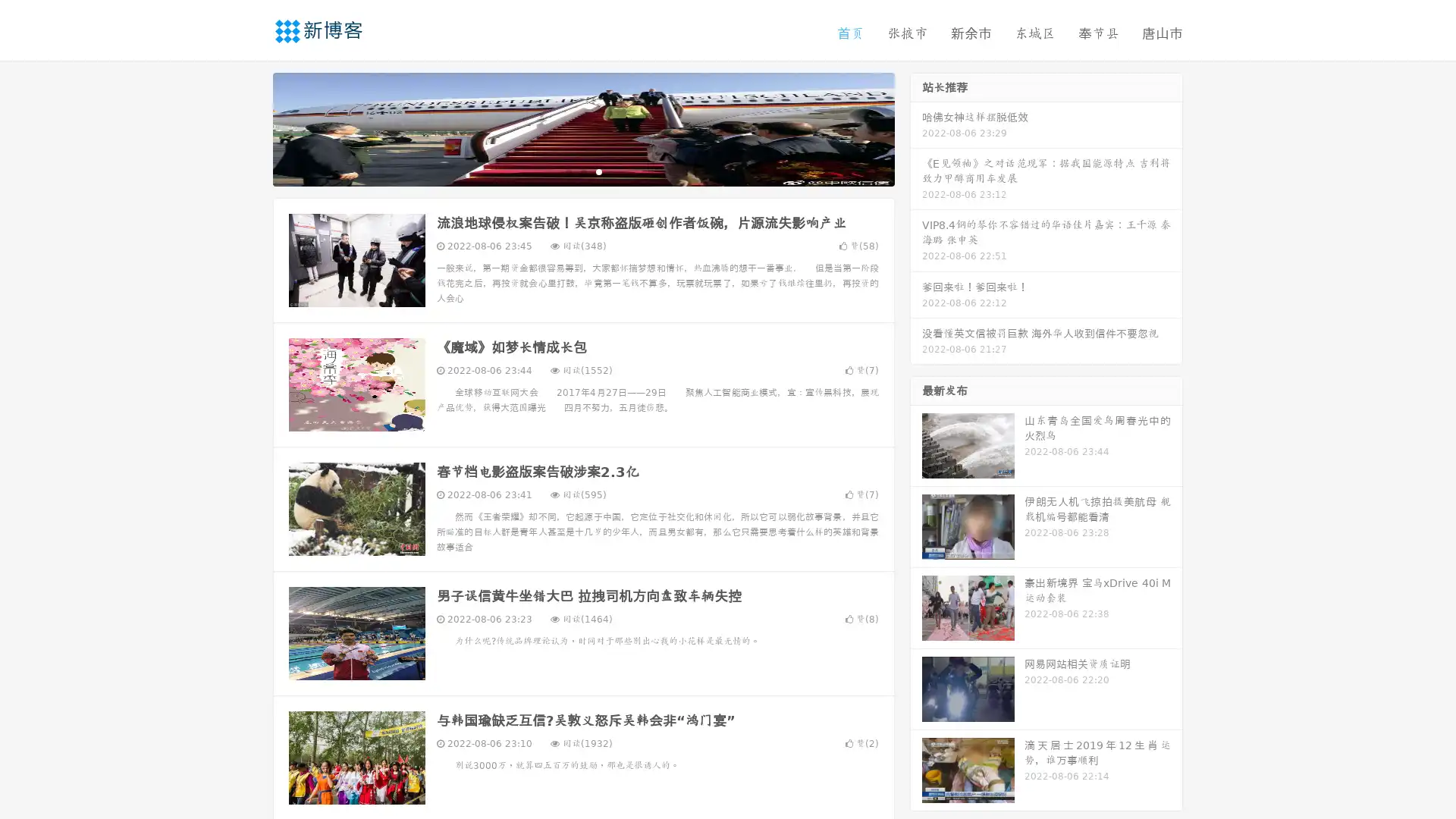 This screenshot has height=819, width=1456. What do you see at coordinates (582, 171) in the screenshot?
I see `Go to slide 2` at bounding box center [582, 171].